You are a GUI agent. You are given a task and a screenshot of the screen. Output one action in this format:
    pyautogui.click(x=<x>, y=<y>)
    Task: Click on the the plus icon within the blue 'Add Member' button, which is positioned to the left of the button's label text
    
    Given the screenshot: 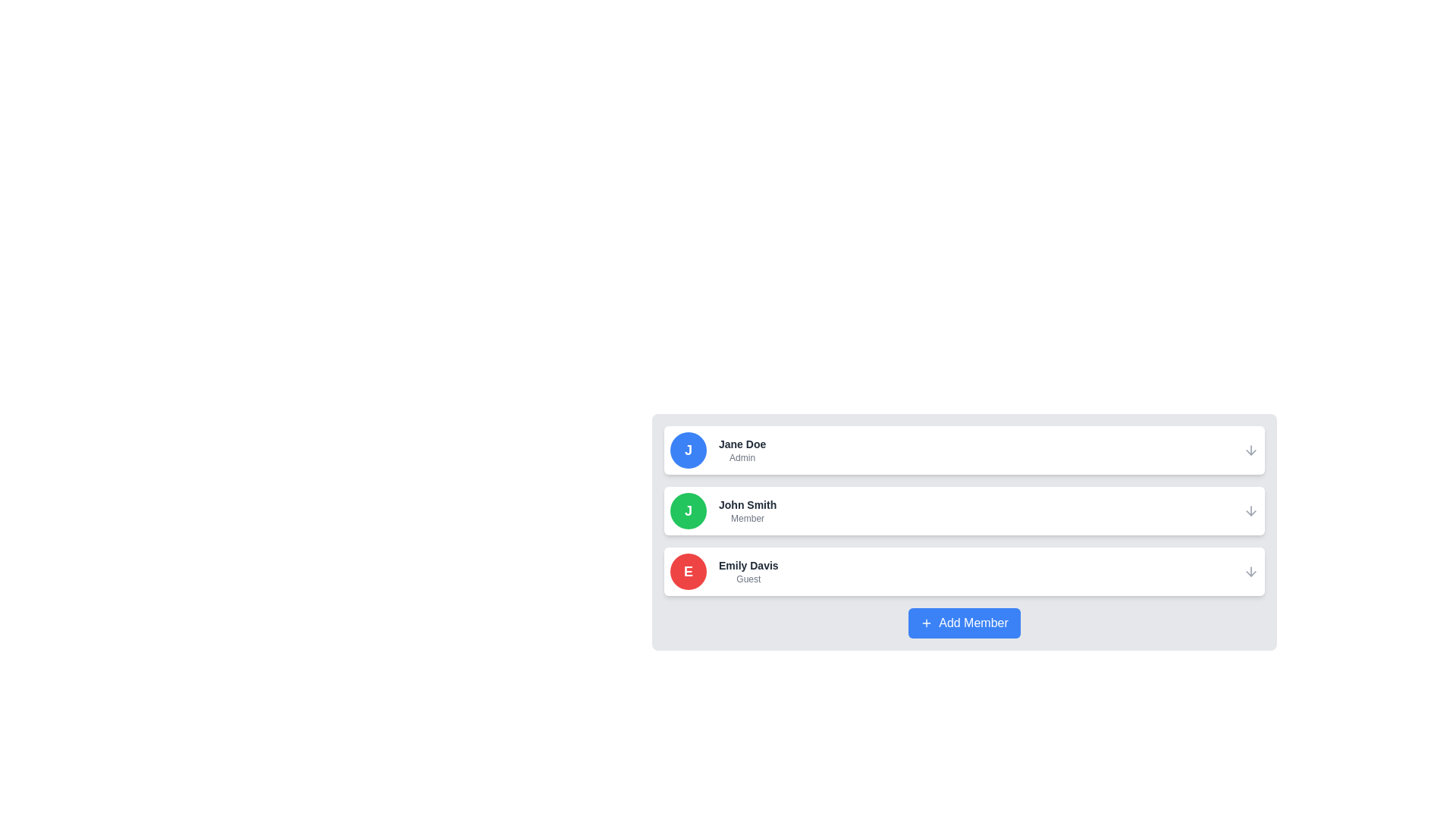 What is the action you would take?
    pyautogui.click(x=926, y=623)
    